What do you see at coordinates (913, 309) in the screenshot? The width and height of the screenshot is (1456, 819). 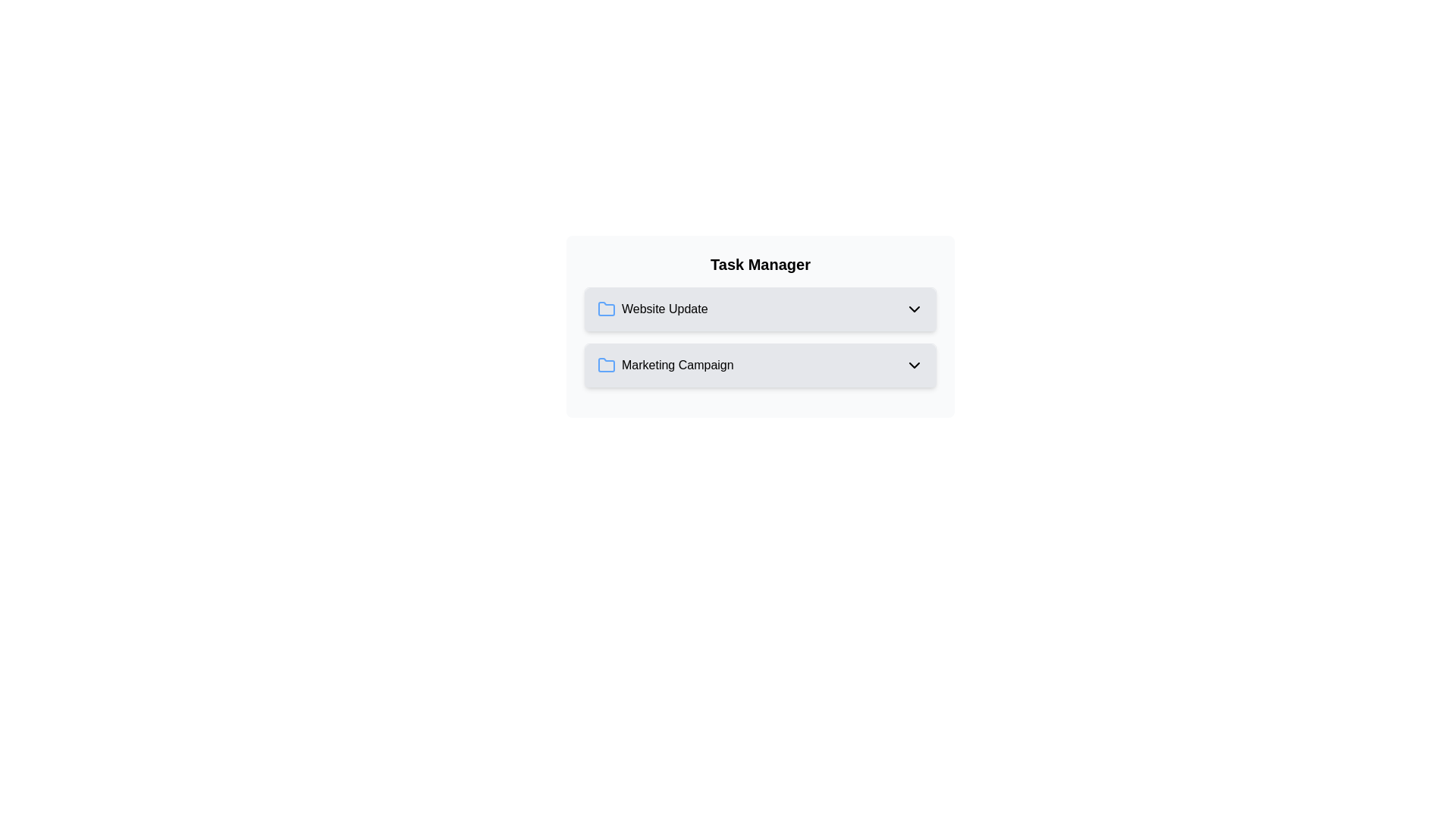 I see `chevron icon of the task Website Update to toggle its visibility` at bounding box center [913, 309].